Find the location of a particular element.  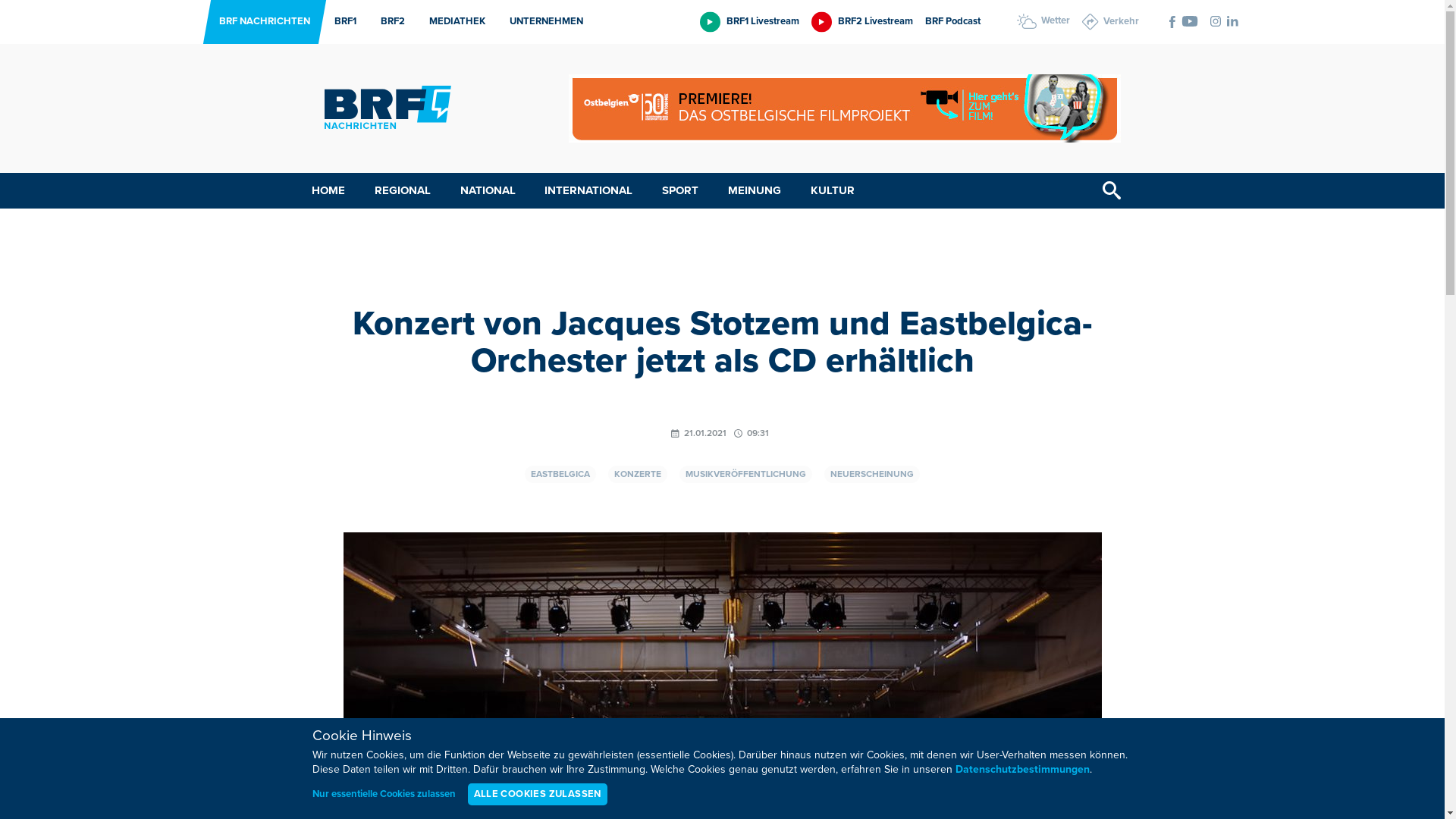

'BRF NACHRICHTEN' is located at coordinates (259, 22).